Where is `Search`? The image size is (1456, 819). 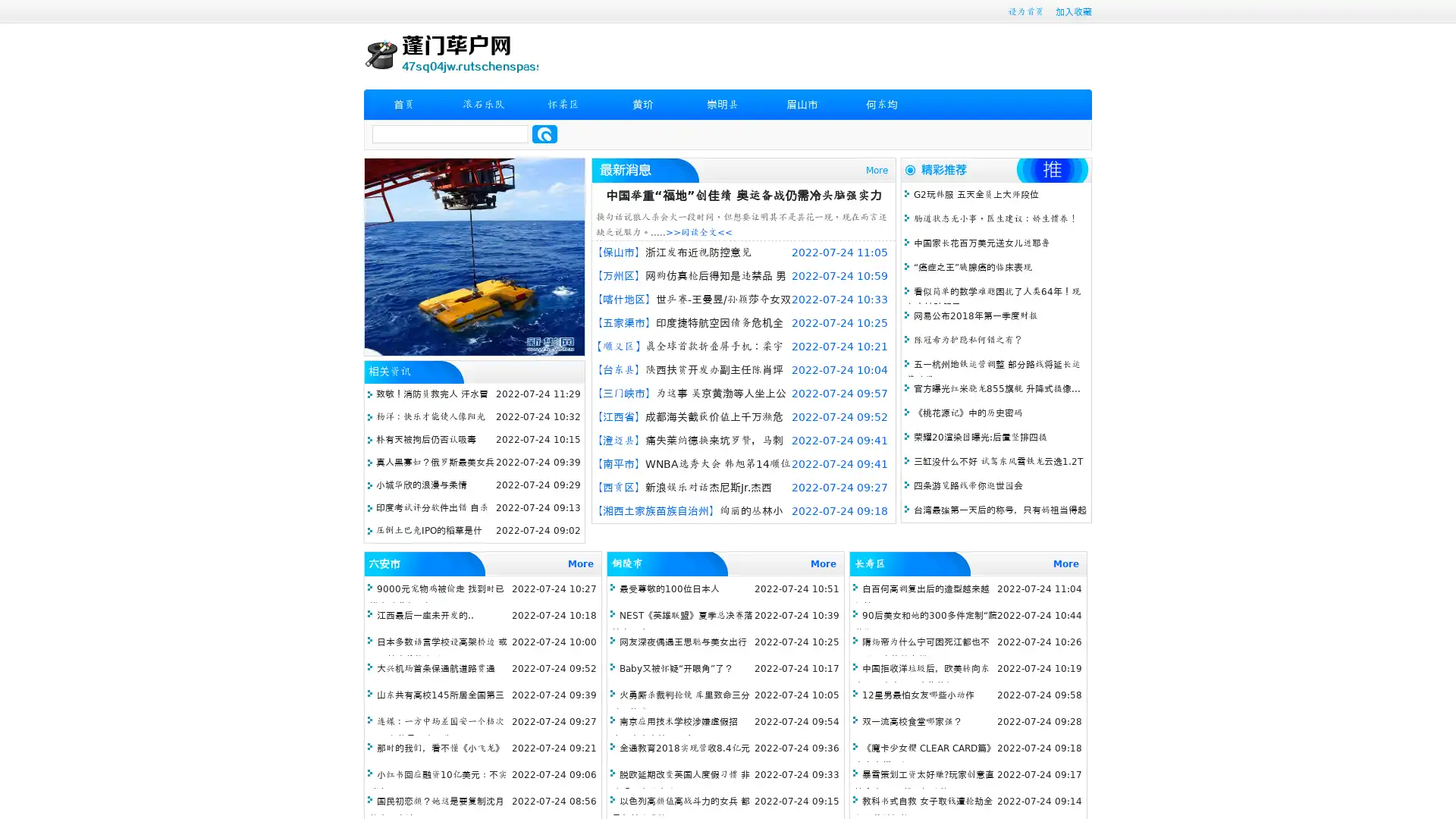
Search is located at coordinates (544, 133).